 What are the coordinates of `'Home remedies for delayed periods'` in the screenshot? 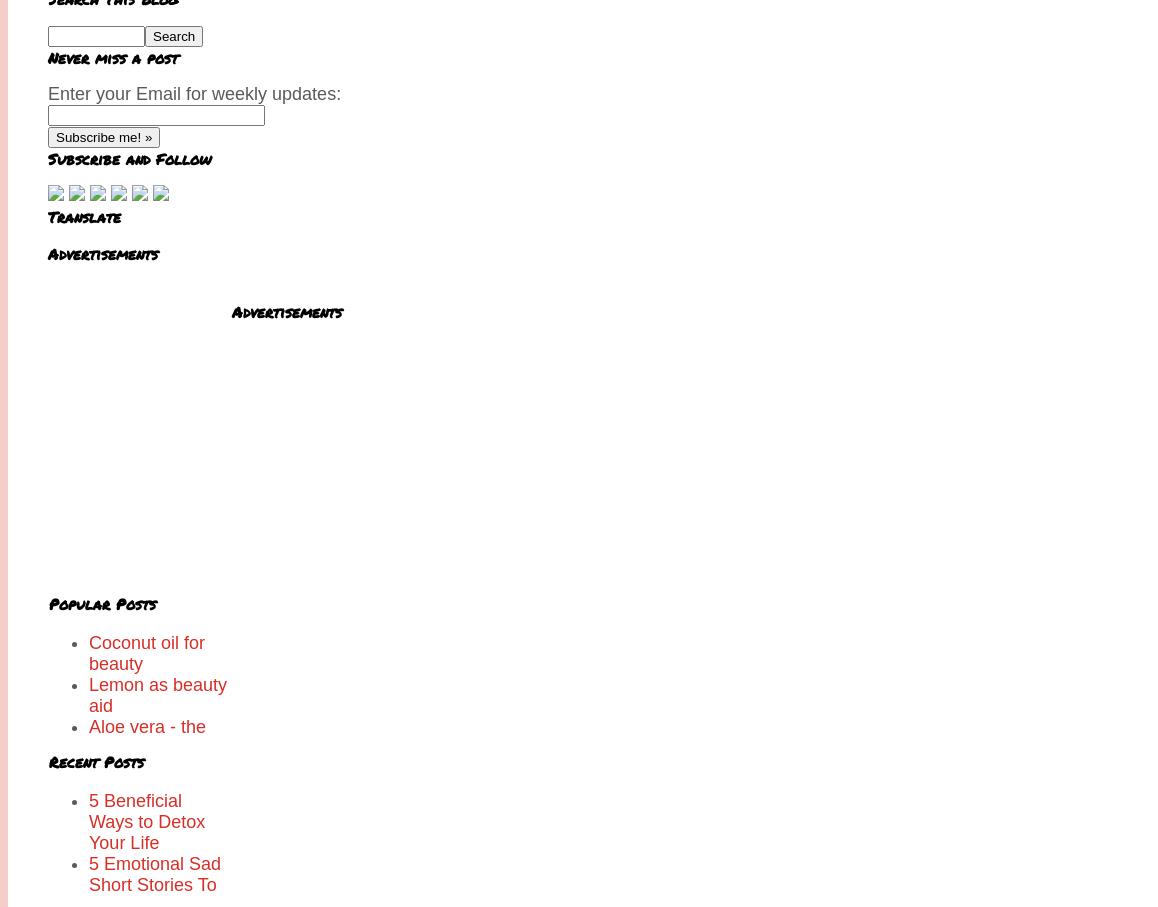 It's located at (89, 852).